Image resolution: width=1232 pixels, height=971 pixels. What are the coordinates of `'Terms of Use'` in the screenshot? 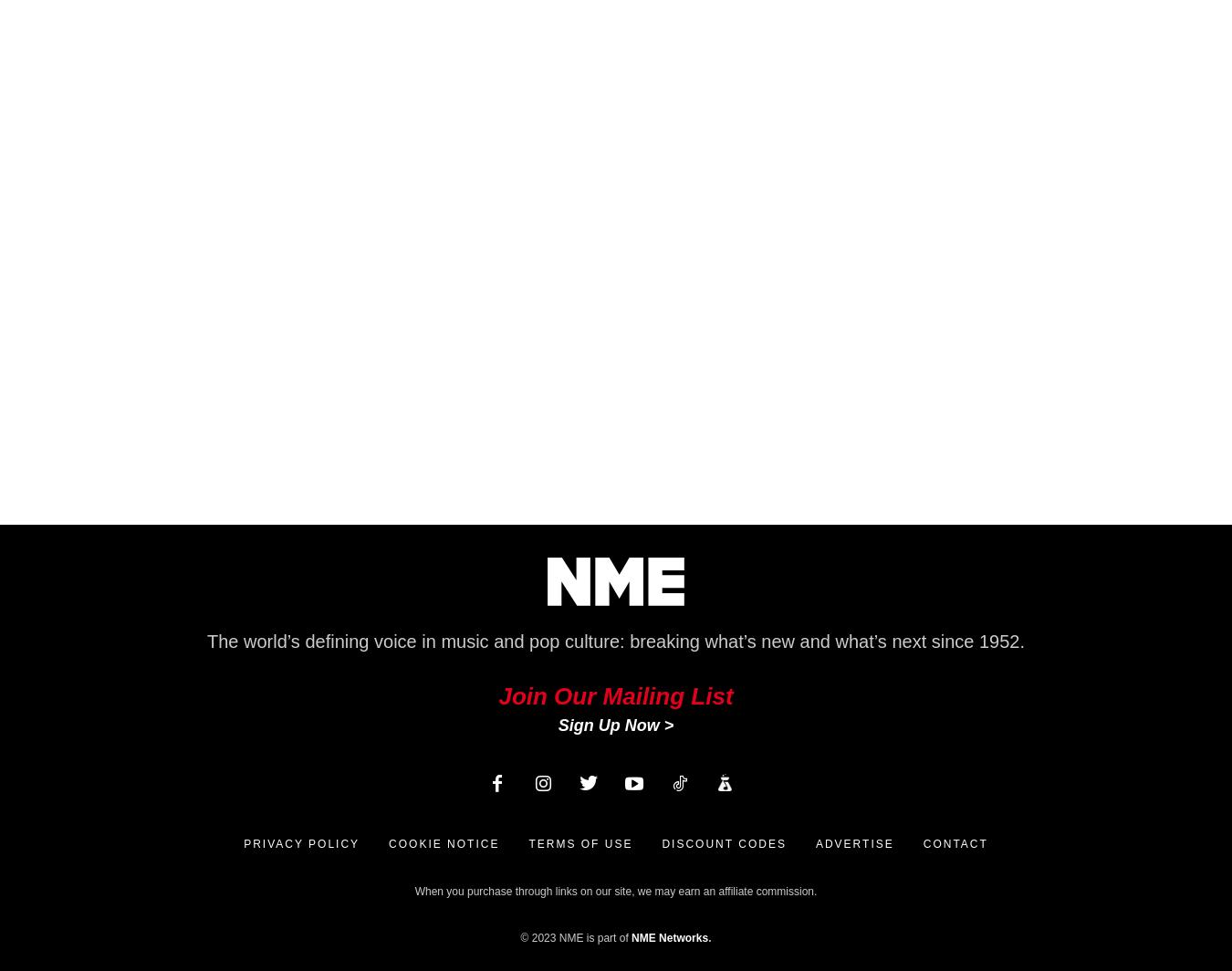 It's located at (579, 844).